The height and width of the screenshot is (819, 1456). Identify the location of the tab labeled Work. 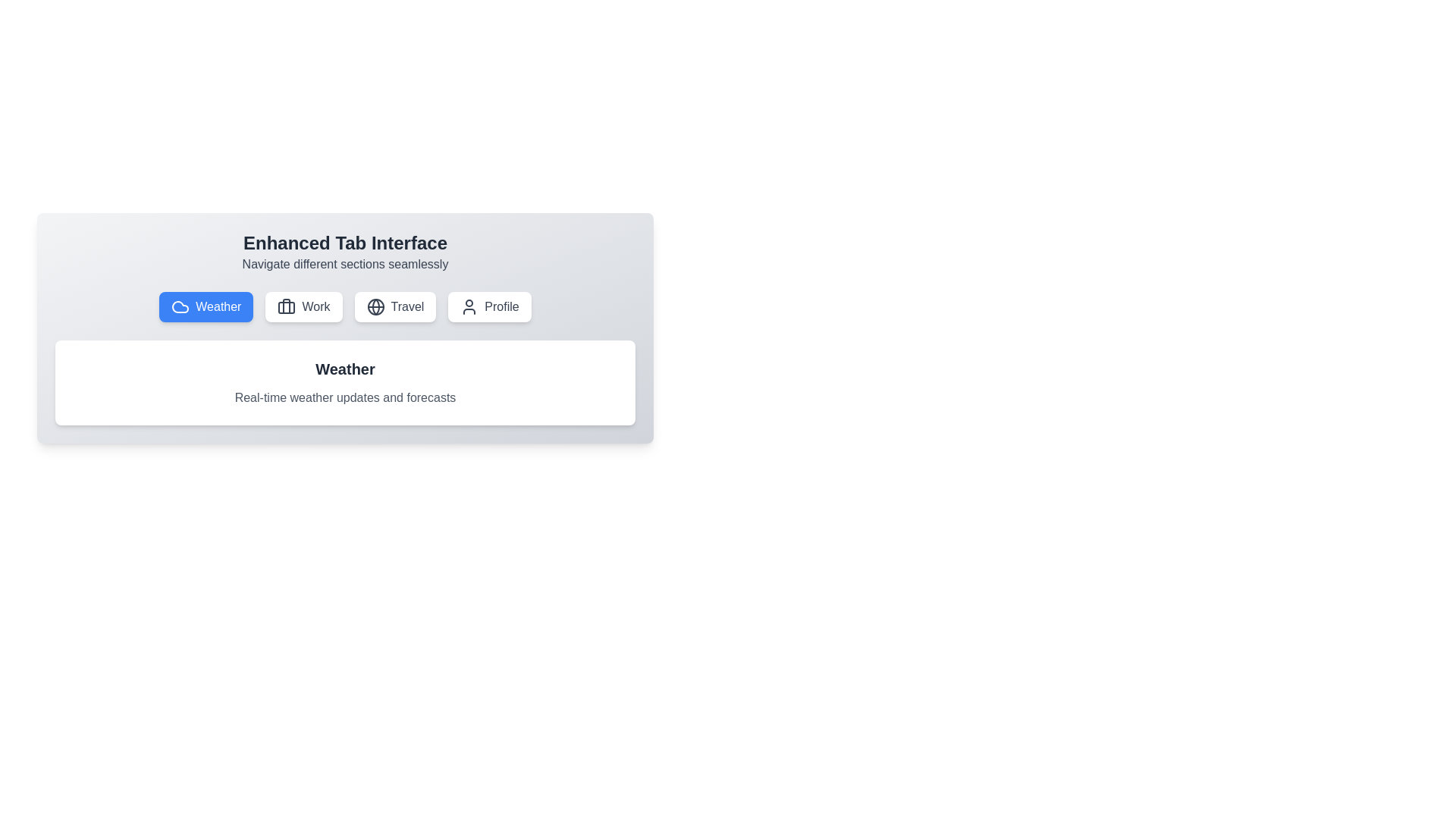
(303, 307).